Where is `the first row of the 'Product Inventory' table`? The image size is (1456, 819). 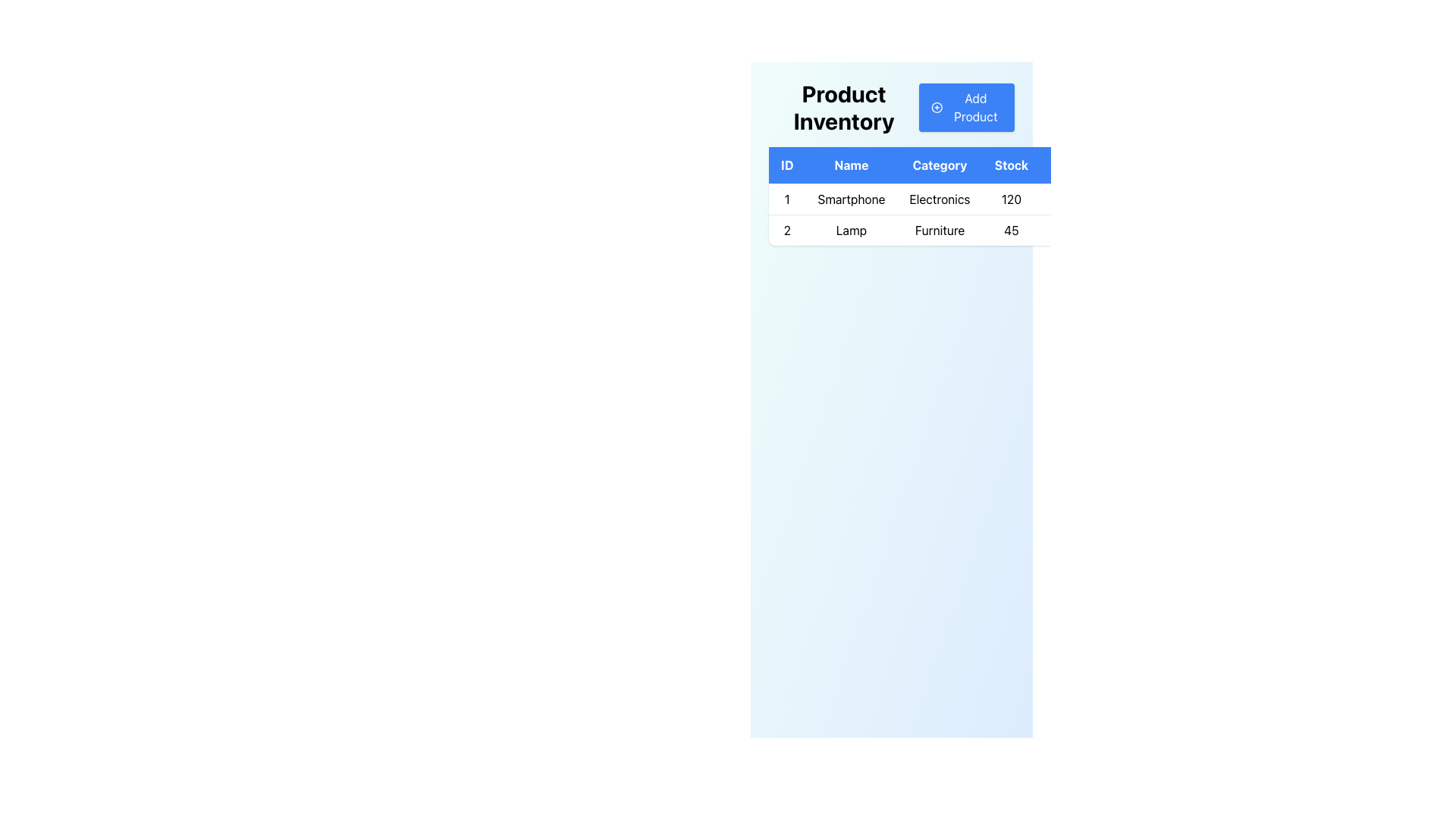
the first row of the 'Product Inventory' table is located at coordinates (938, 195).